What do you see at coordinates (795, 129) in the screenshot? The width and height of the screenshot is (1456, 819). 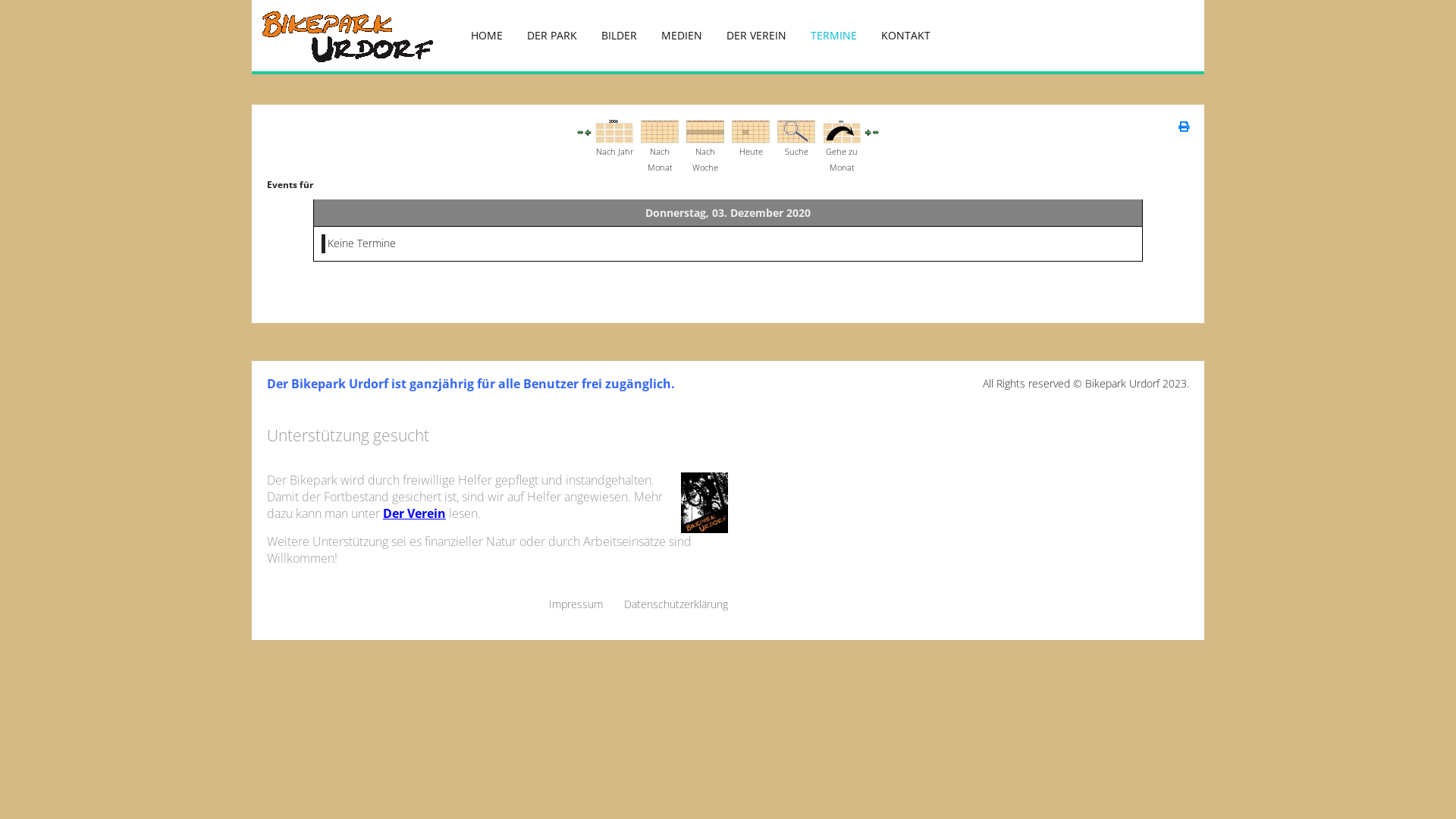 I see `'Suche'` at bounding box center [795, 129].